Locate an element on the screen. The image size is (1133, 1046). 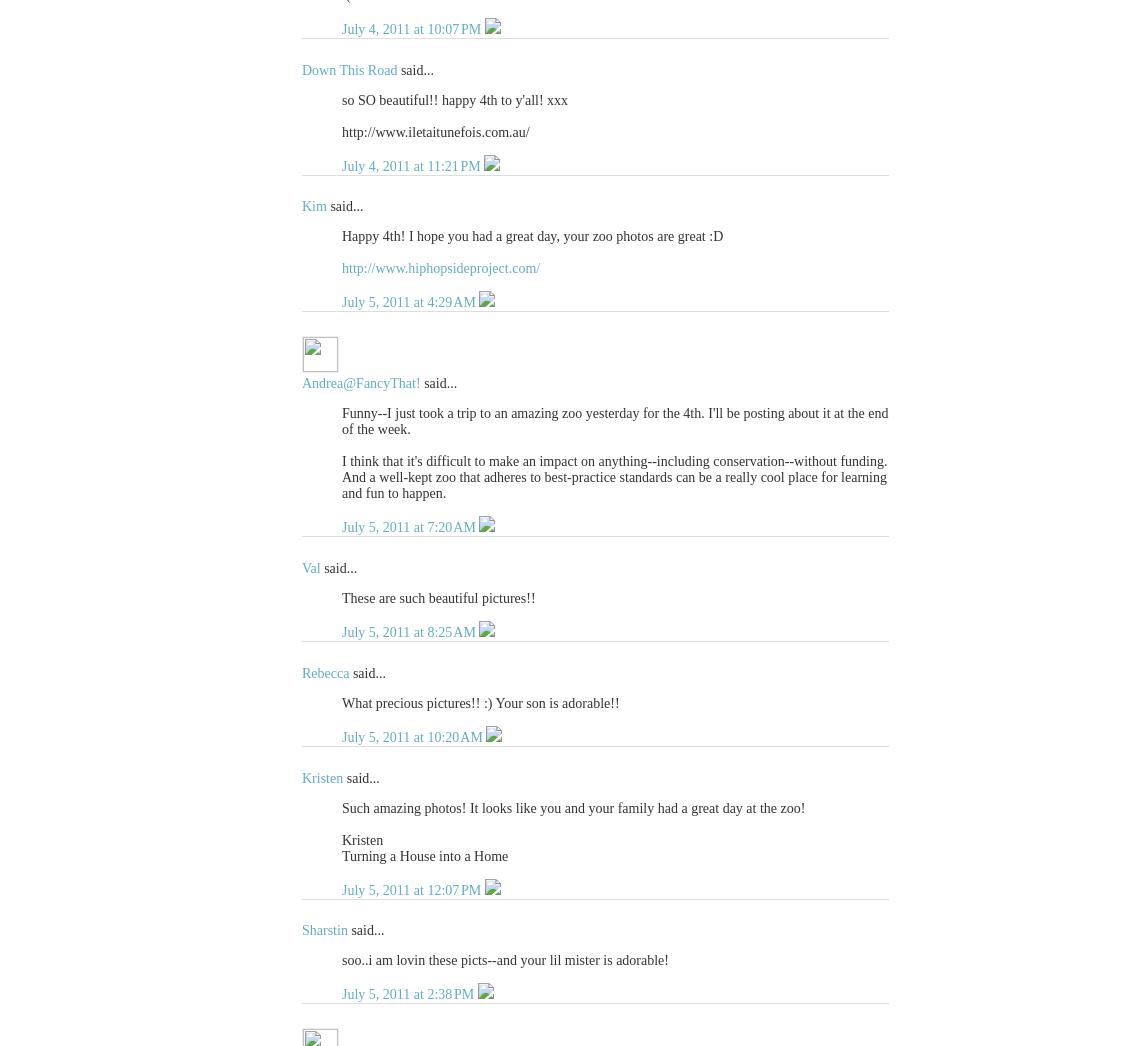
'Turning a House into a Home' is located at coordinates (424, 854).